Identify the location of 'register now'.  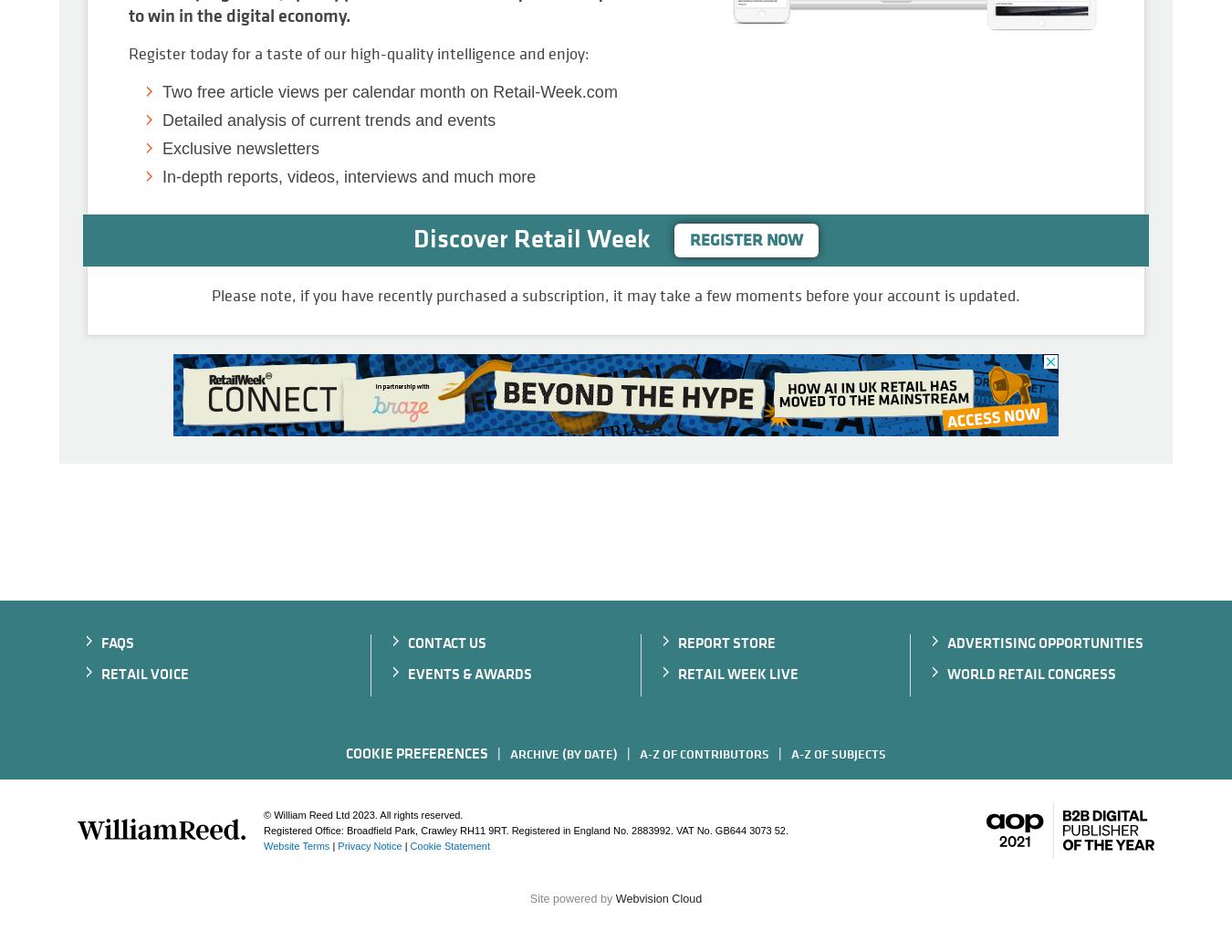
(746, 240).